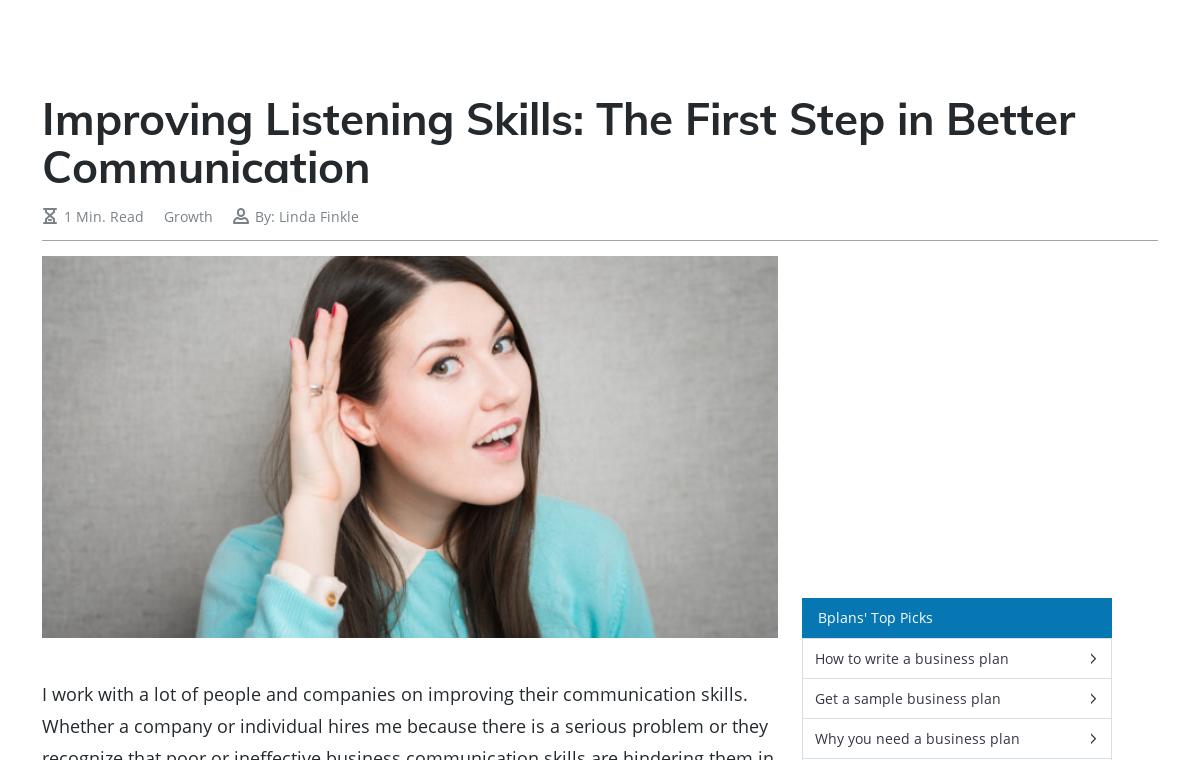 The image size is (1200, 760). Describe the element at coordinates (308, 535) in the screenshot. I see `'Write A Winning Business Pitch In Just 60 Minutes'` at that location.